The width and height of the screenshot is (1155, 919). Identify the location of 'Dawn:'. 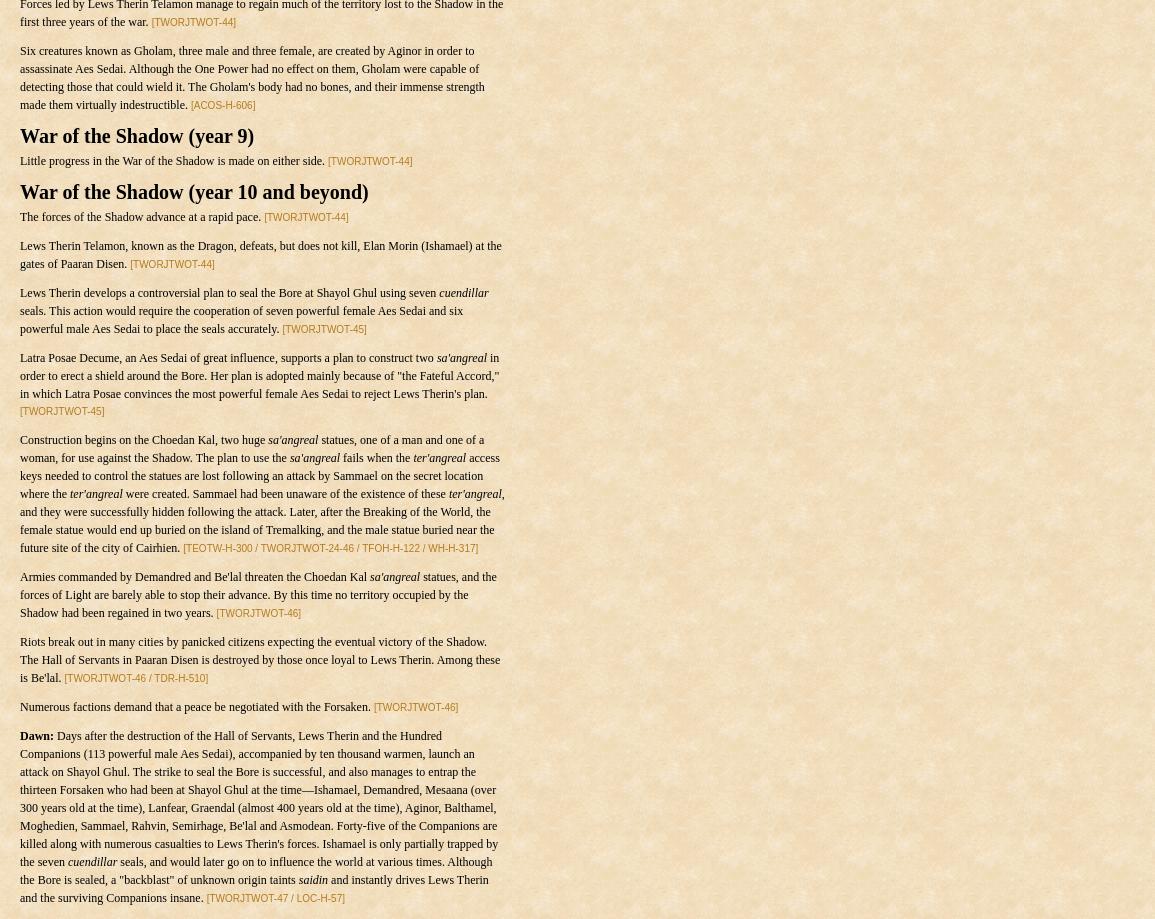
(35, 736).